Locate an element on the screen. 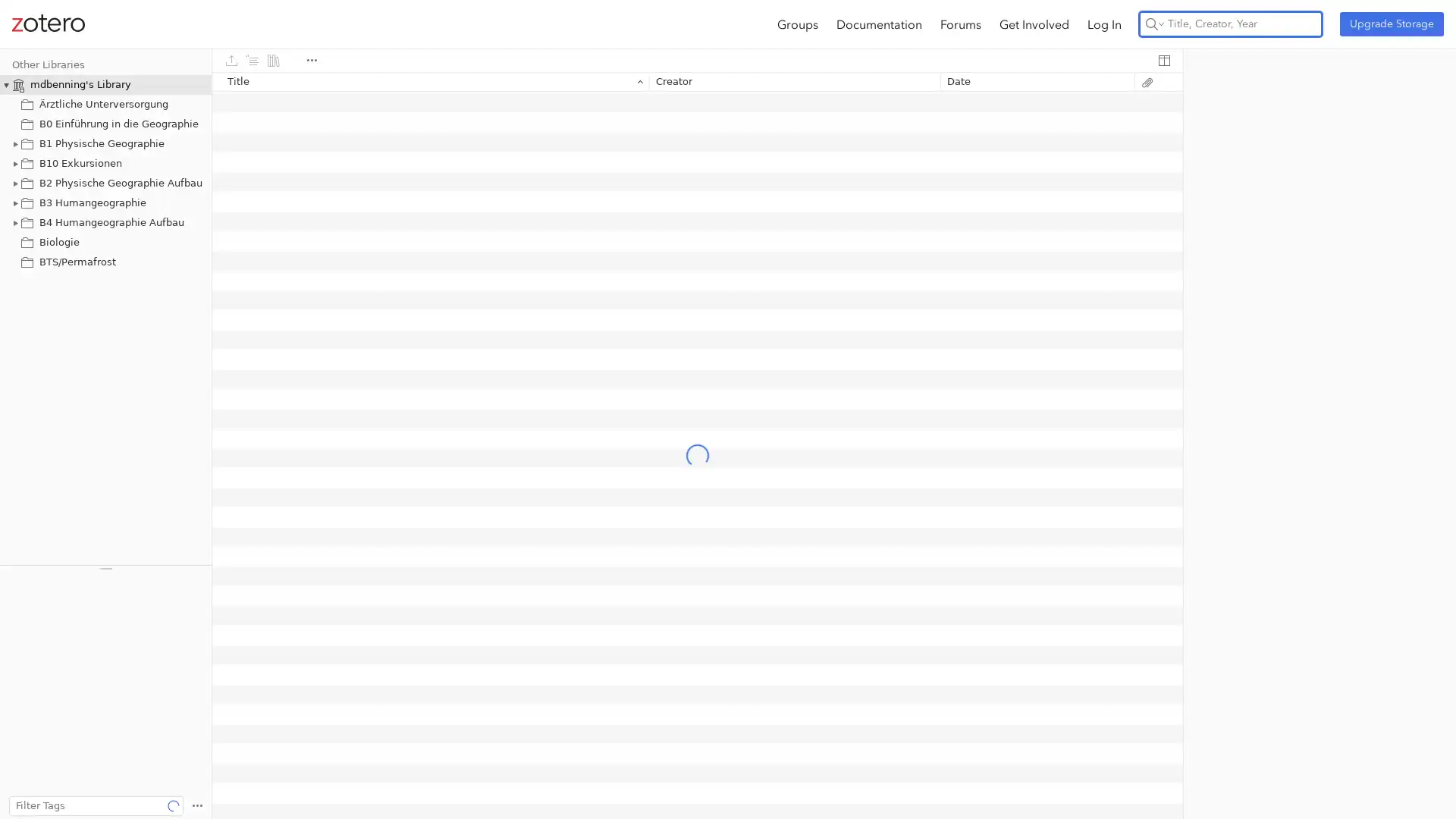  gesetzliche Regelung is located at coordinates (60, 763).